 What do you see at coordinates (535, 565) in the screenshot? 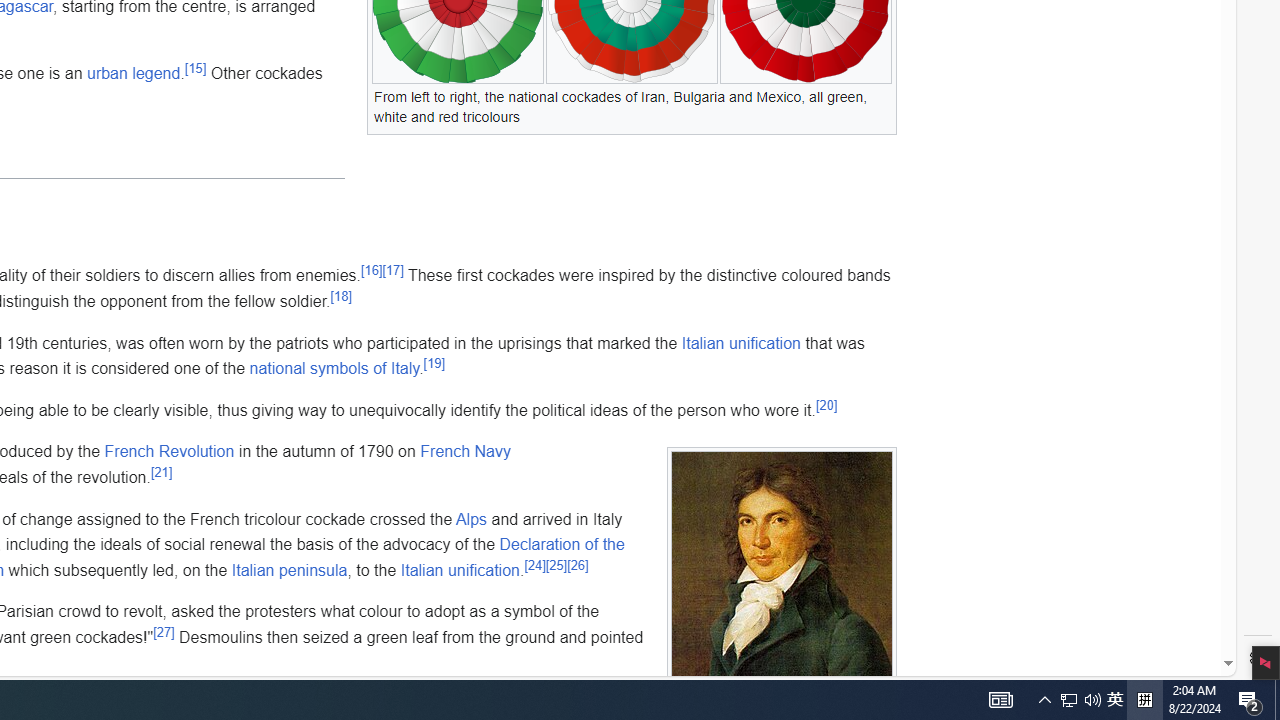
I see `'[24]'` at bounding box center [535, 565].